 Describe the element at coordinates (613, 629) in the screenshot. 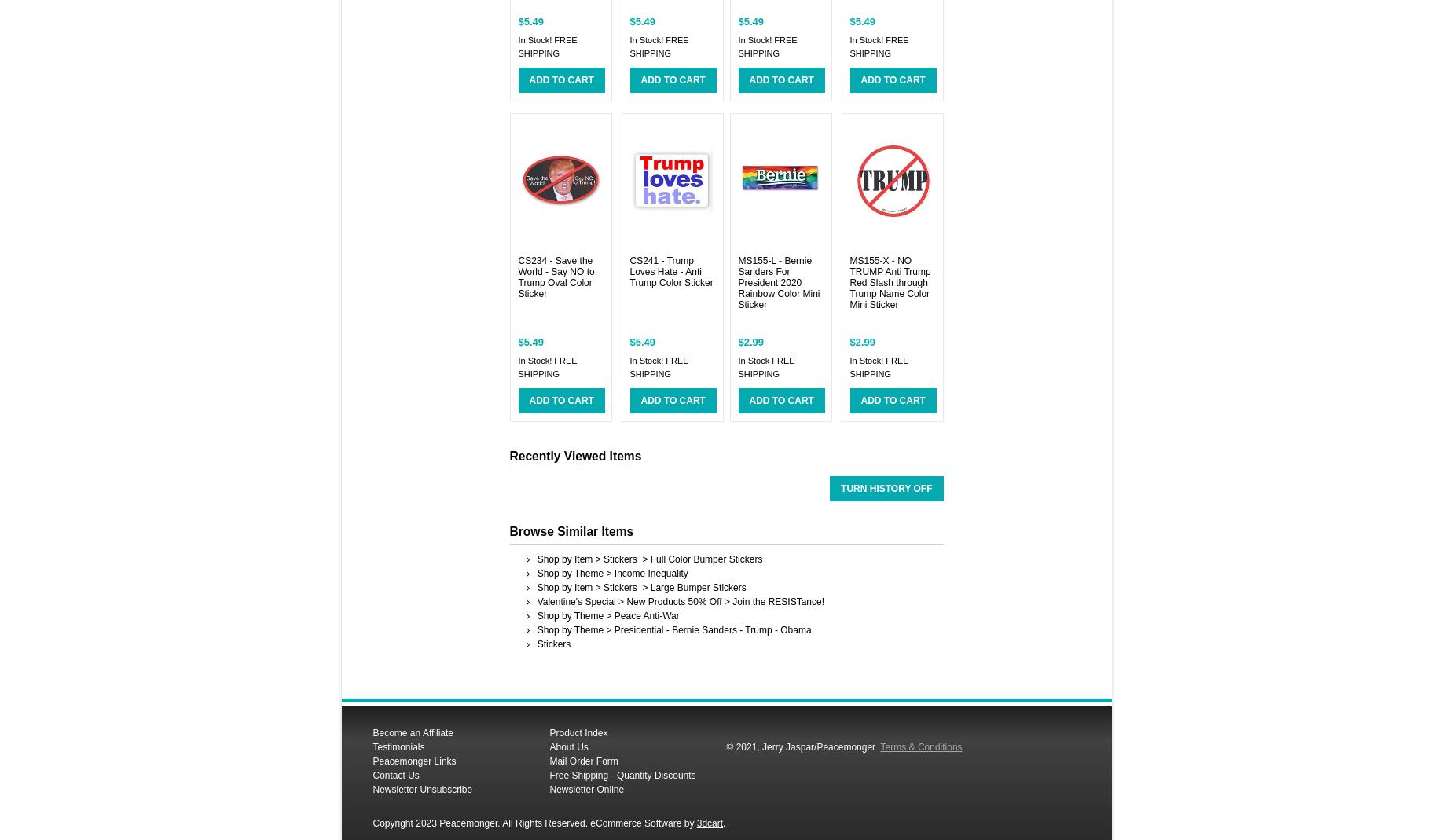

I see `'Presidential - Bernie Sanders - Trump - Obama'` at that location.